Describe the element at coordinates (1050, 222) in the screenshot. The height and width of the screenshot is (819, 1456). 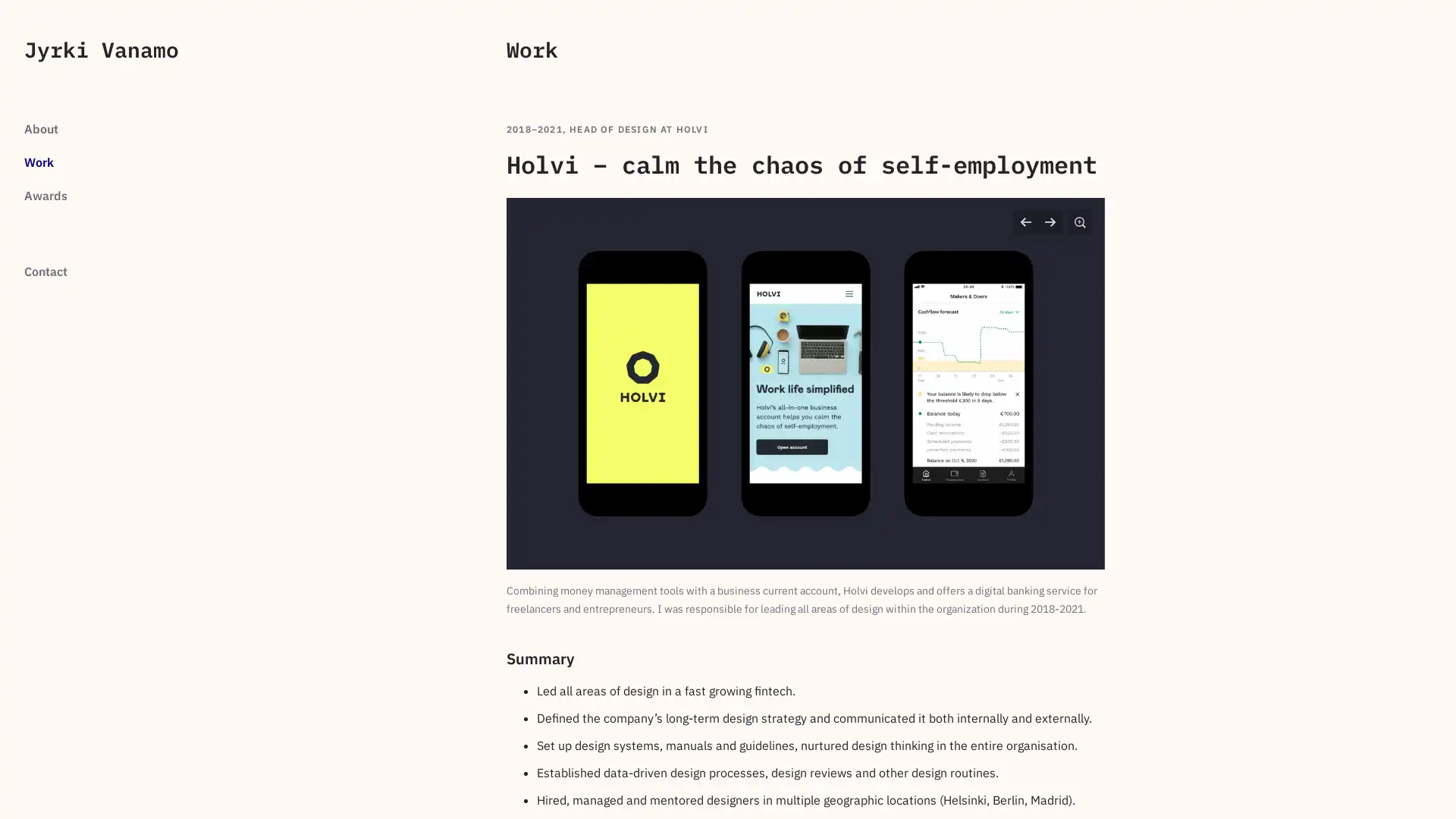
I see `Next slide` at that location.